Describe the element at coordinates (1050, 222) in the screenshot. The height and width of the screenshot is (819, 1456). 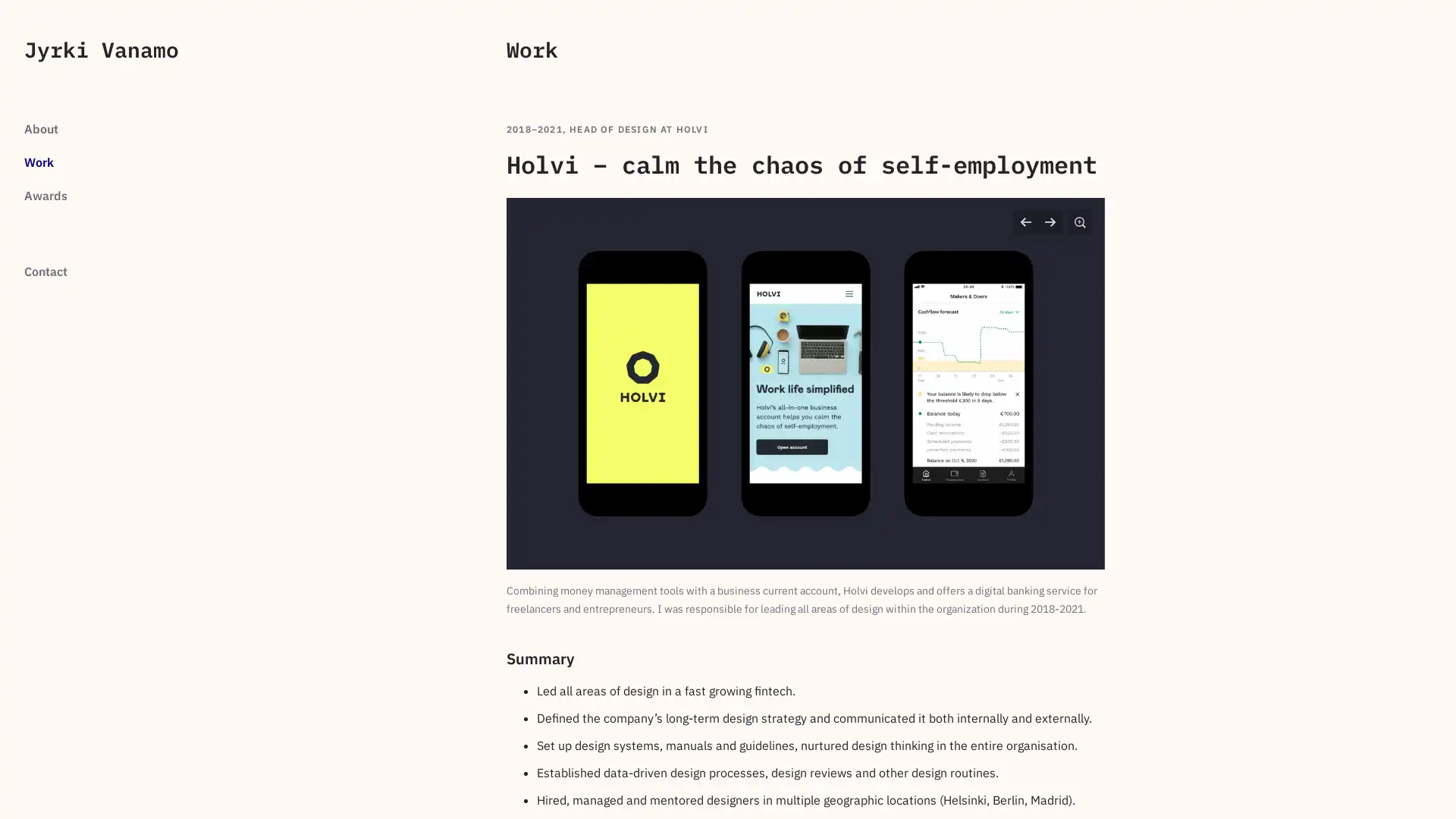
I see `Next slide` at that location.